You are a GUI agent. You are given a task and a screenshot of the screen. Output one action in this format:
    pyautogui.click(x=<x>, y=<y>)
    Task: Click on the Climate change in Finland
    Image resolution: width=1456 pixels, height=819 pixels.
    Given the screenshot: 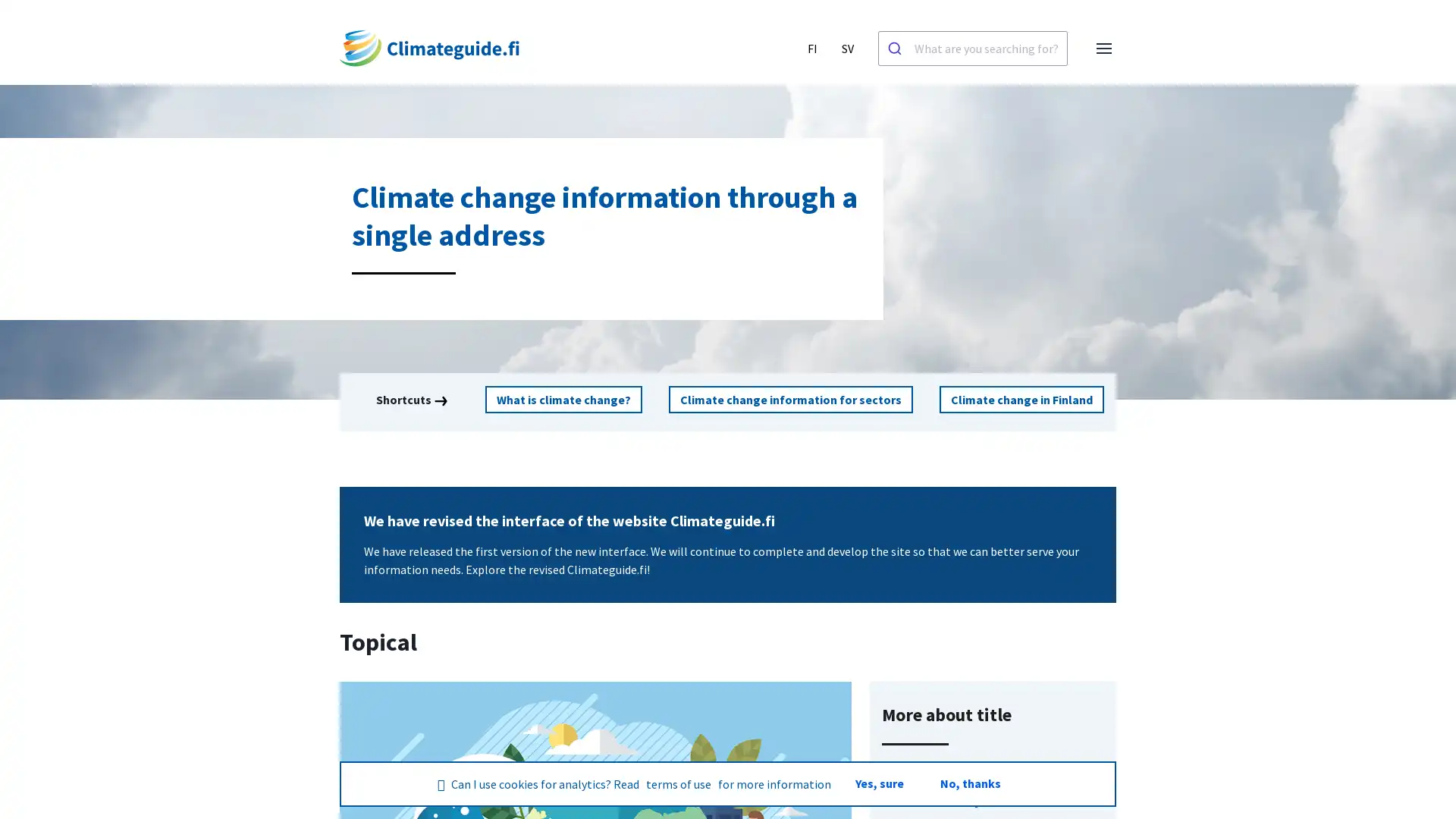 What is the action you would take?
    pyautogui.click(x=1019, y=399)
    